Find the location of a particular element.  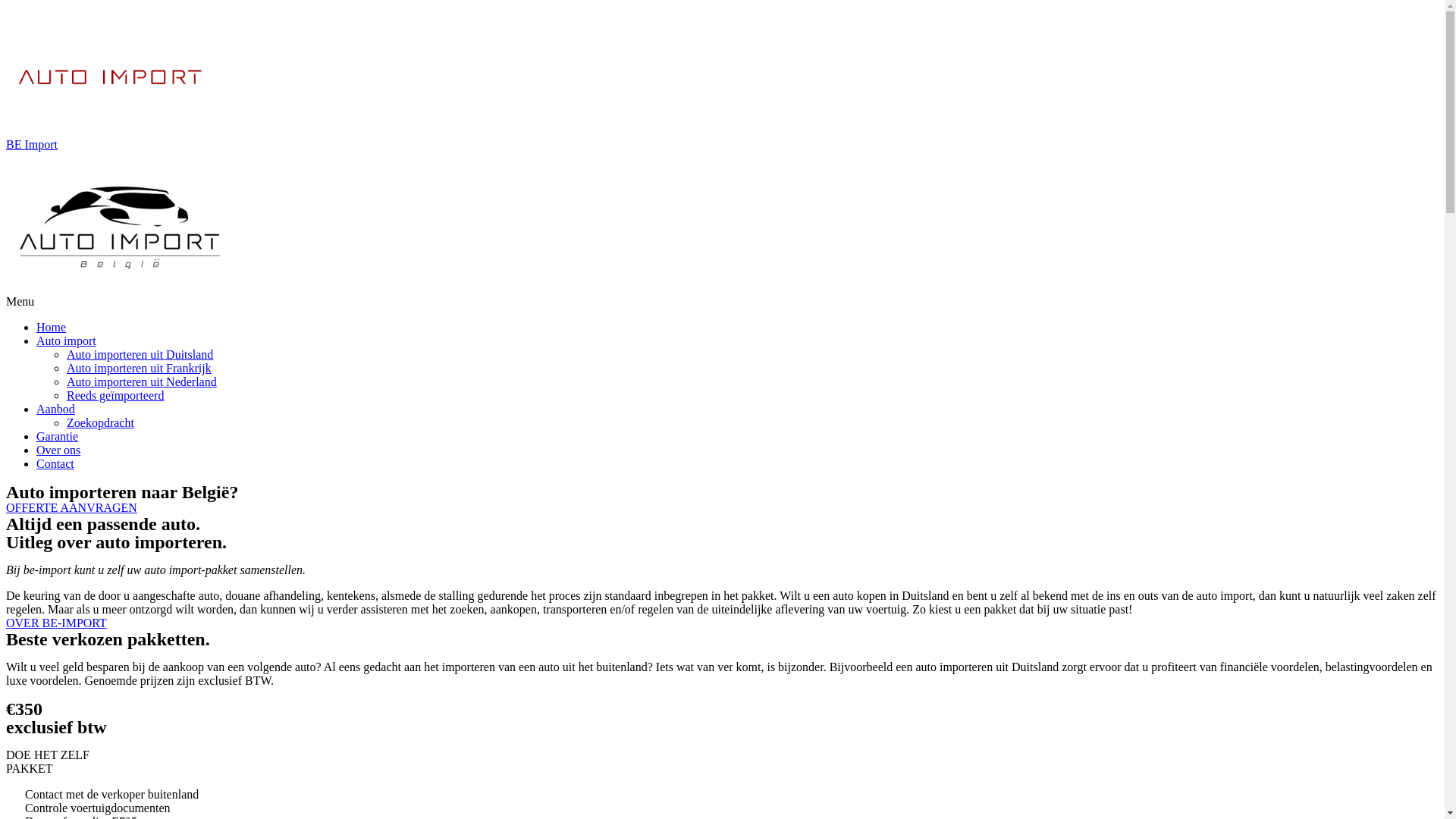

'Auto importeren uit Nederland' is located at coordinates (142, 381).